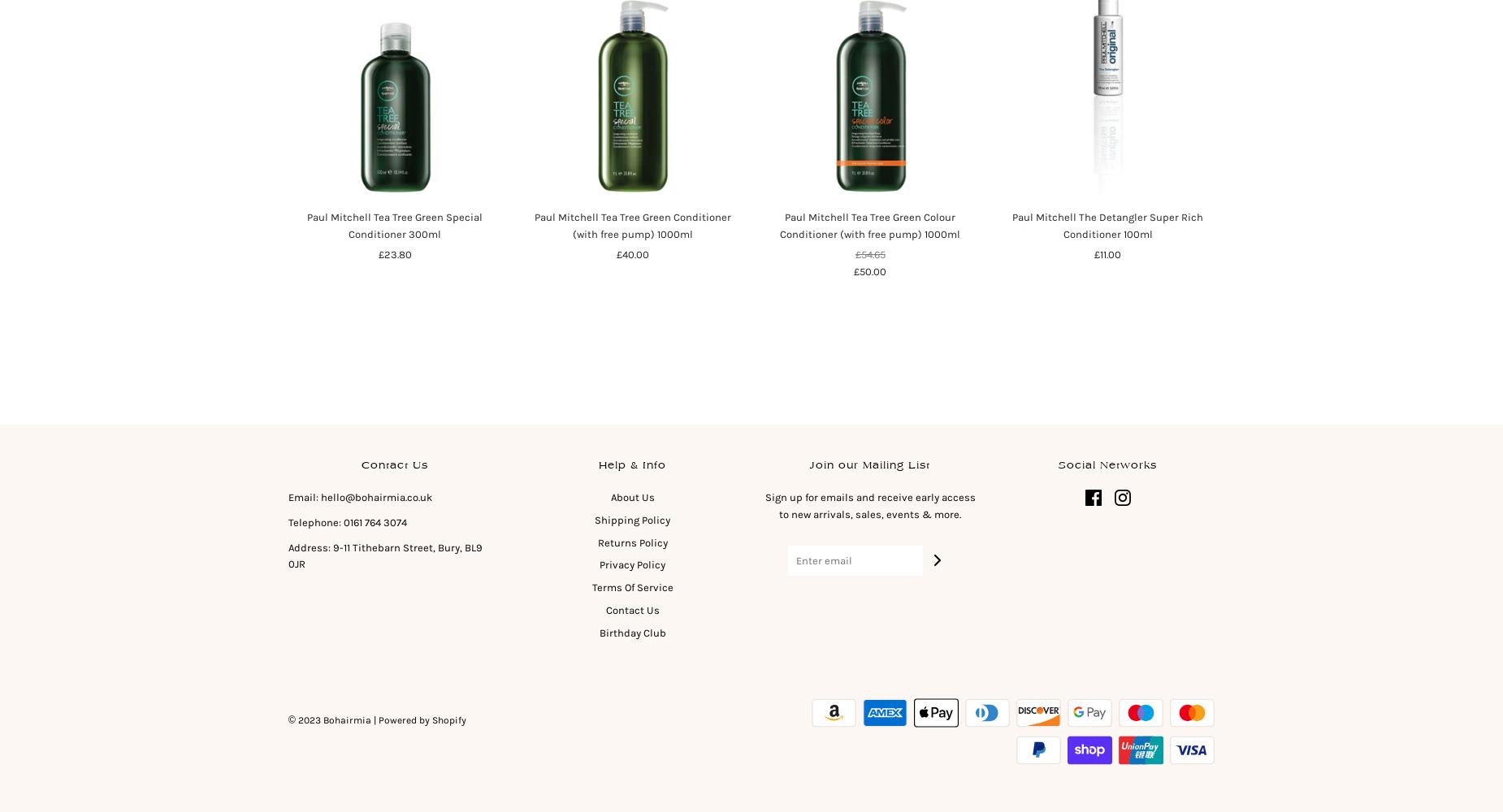  Describe the element at coordinates (631, 632) in the screenshot. I see `'Birthday Club'` at that location.